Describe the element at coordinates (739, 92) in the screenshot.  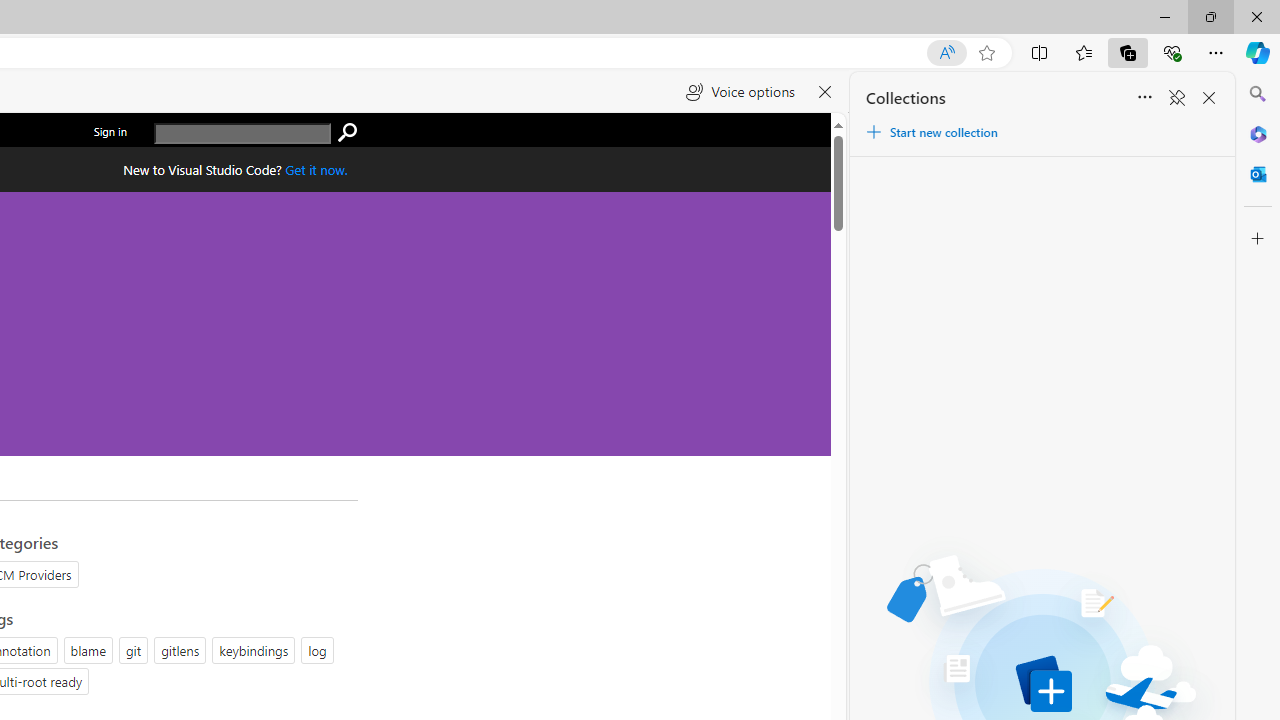
I see `'Voice options'` at that location.